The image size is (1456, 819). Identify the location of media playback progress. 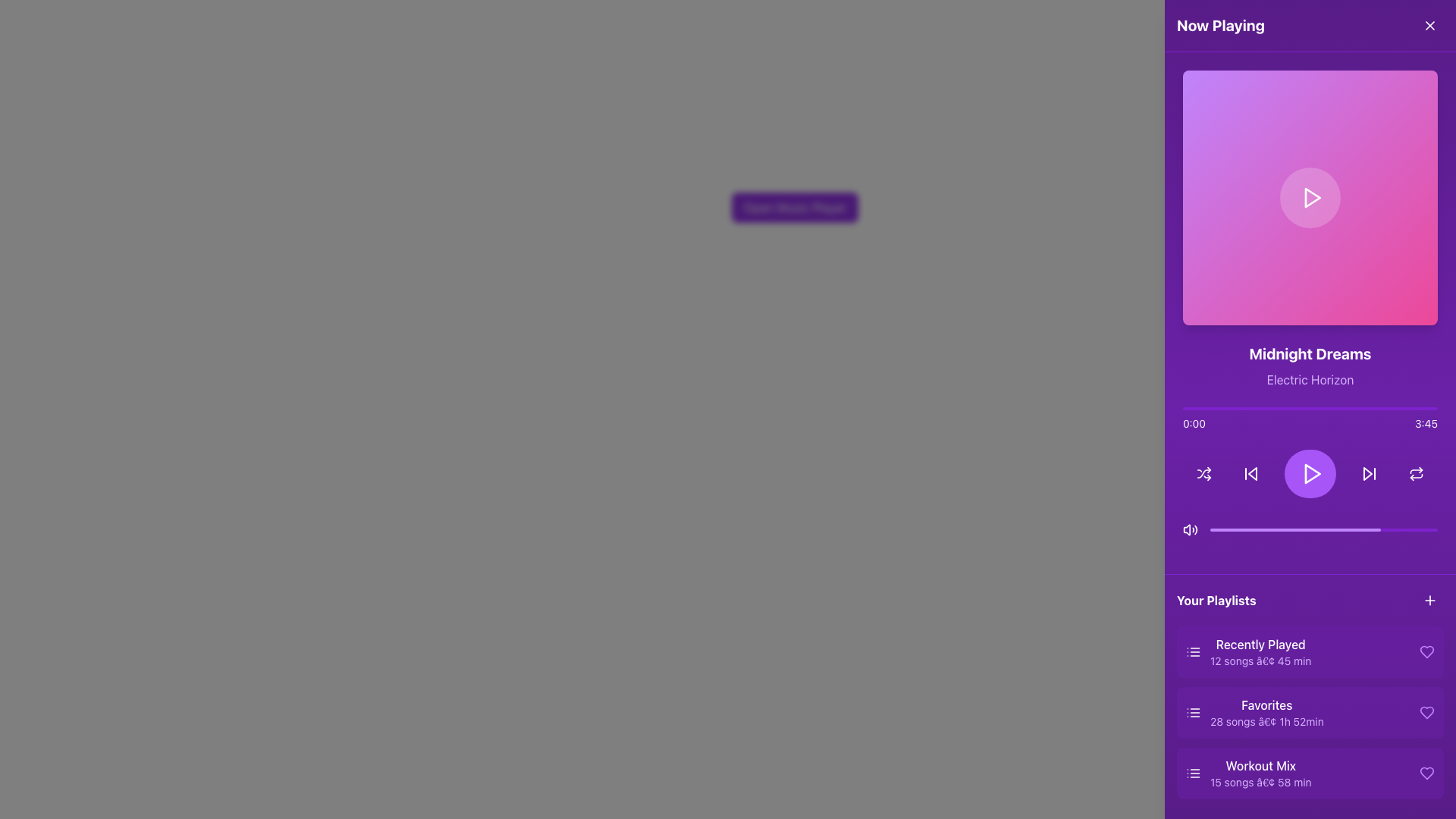
(1227, 529).